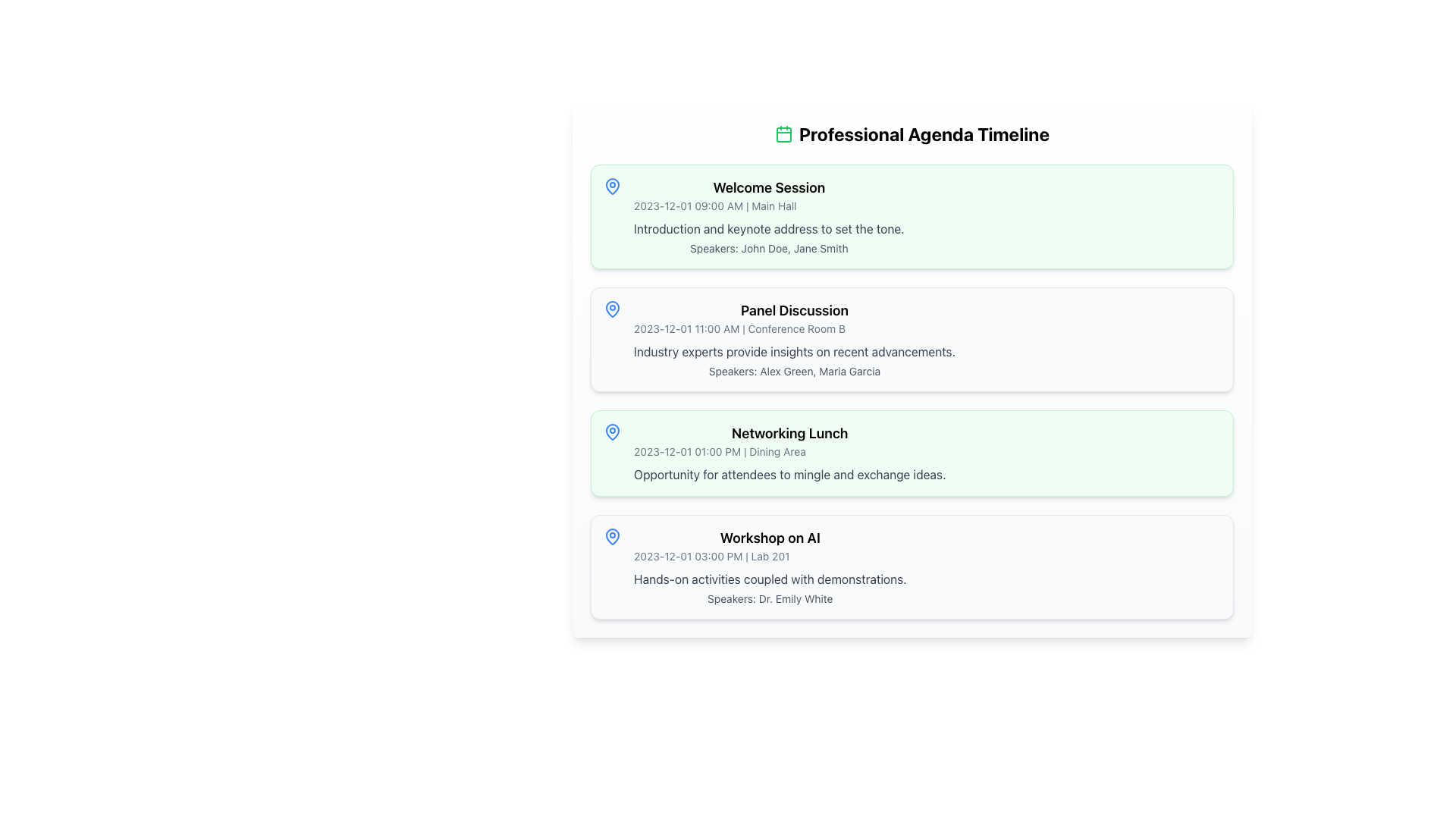 The height and width of the screenshot is (819, 1456). Describe the element at coordinates (769, 216) in the screenshot. I see `the text block that provides details of a scheduled event, located in the upper part of the 'Professional Agenda Timeline' section, being the first session in the vertical list and visually distinct due to its background color` at that location.